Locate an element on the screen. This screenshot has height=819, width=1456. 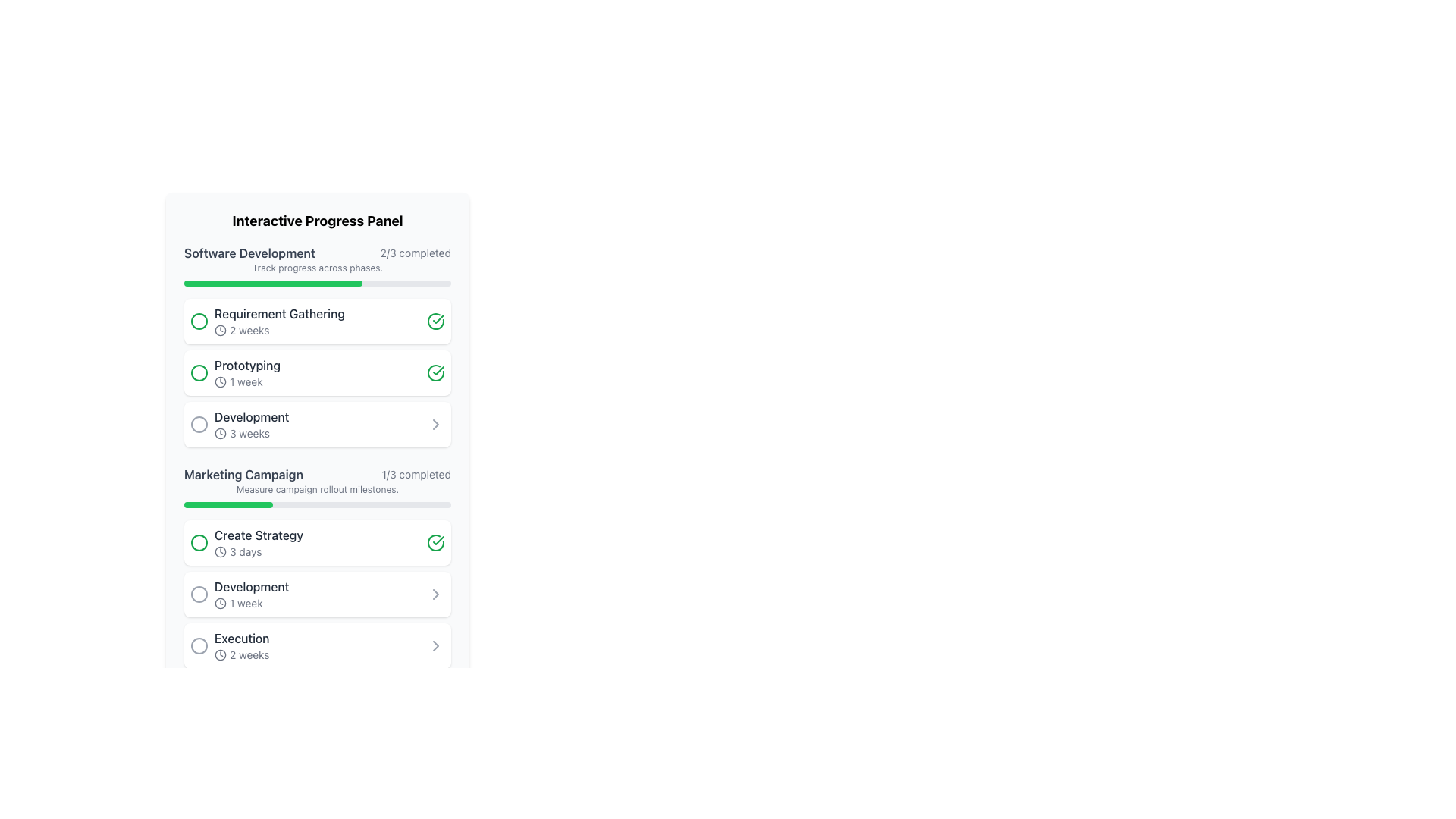
the Label with Icon element that displays 'Development' in bold and '3 weeks' in smaller font, located in the middle-left section of the Software Development progress panel is located at coordinates (239, 424).